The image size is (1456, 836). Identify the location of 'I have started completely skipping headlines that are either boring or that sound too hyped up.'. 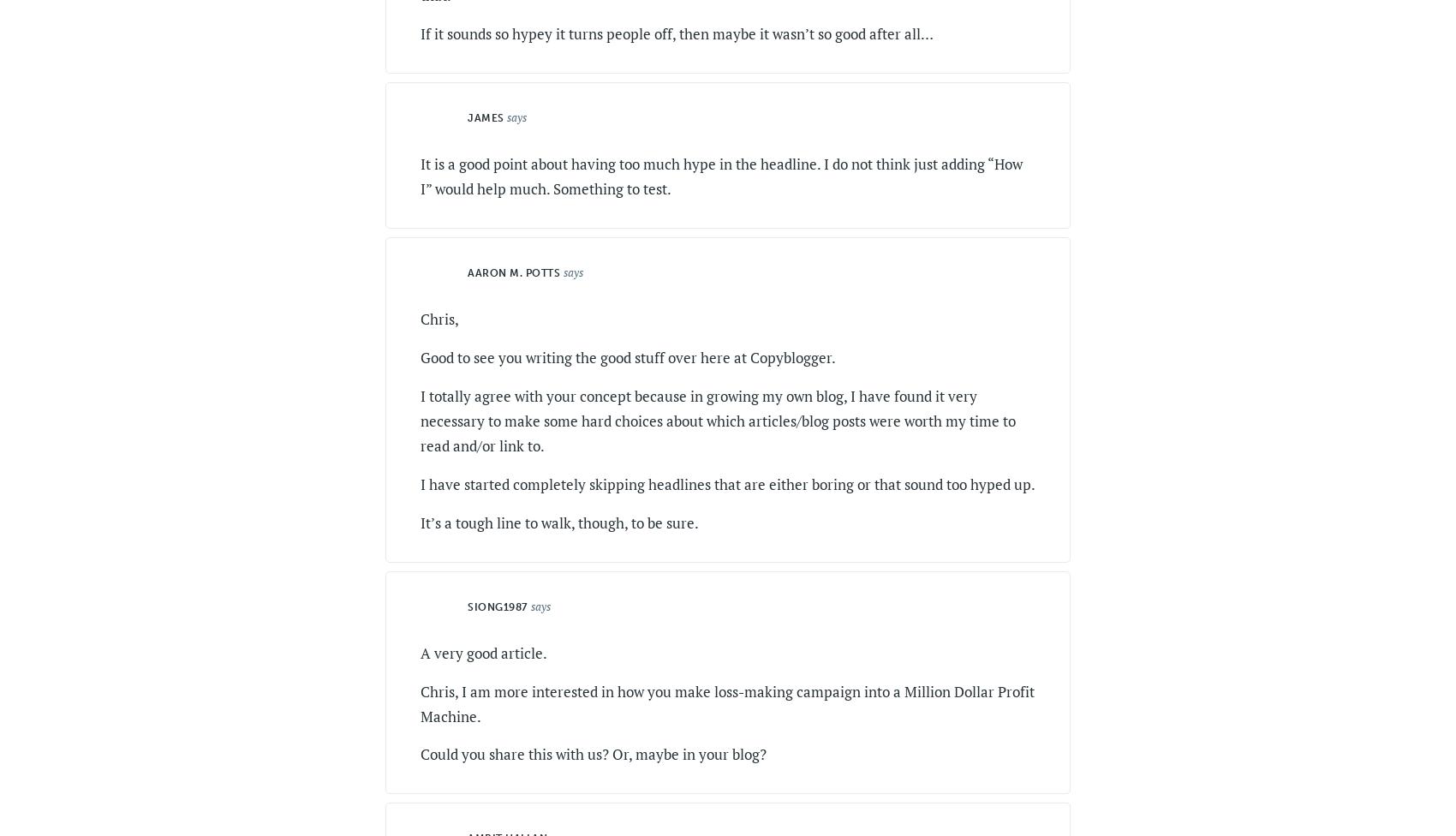
(420, 483).